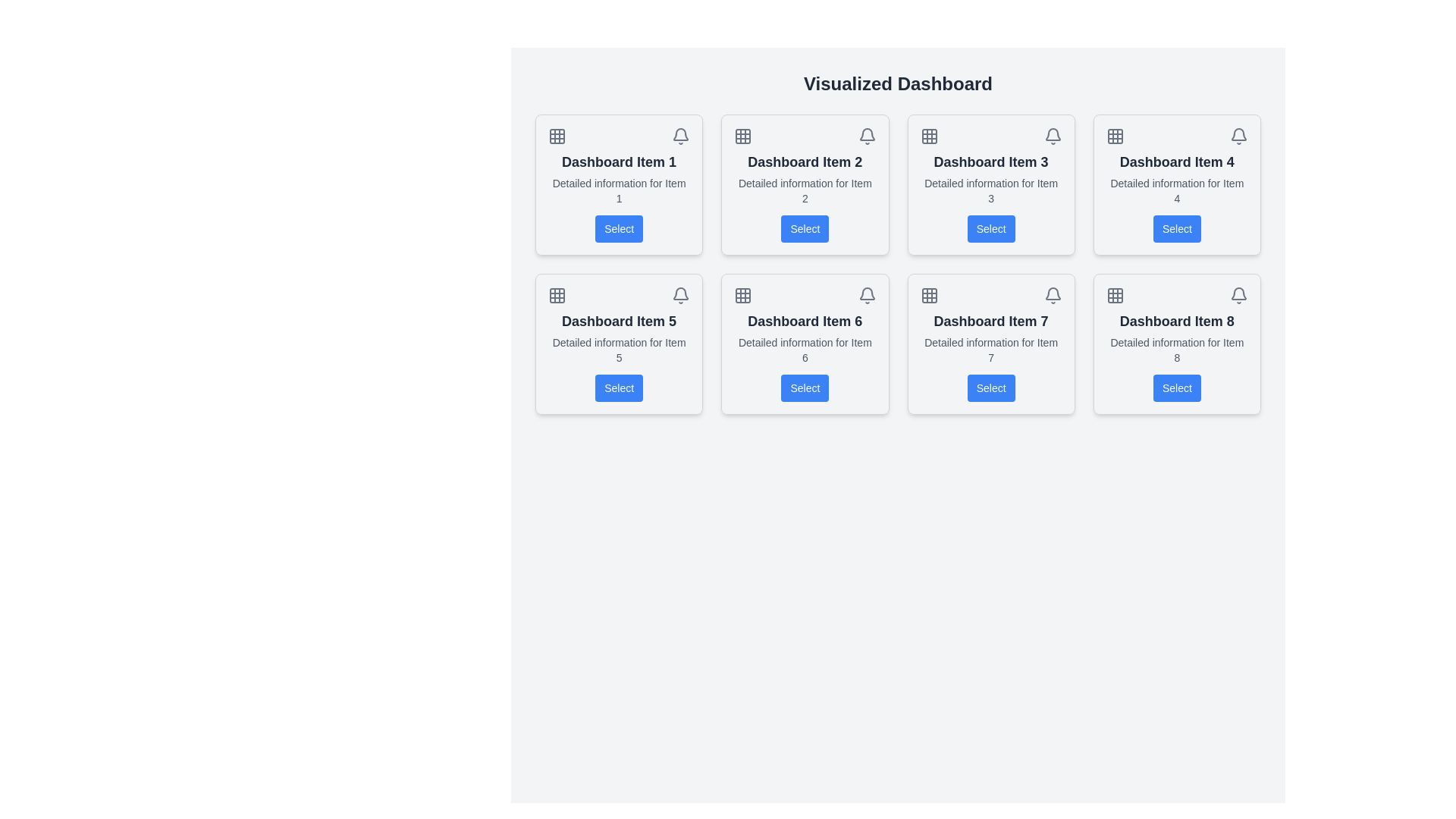 The image size is (1456, 819). What do you see at coordinates (804, 350) in the screenshot?
I see `the Text Label located within the 'Dashboard Item 6' card, which provides additional information related to the card's main topic` at bounding box center [804, 350].